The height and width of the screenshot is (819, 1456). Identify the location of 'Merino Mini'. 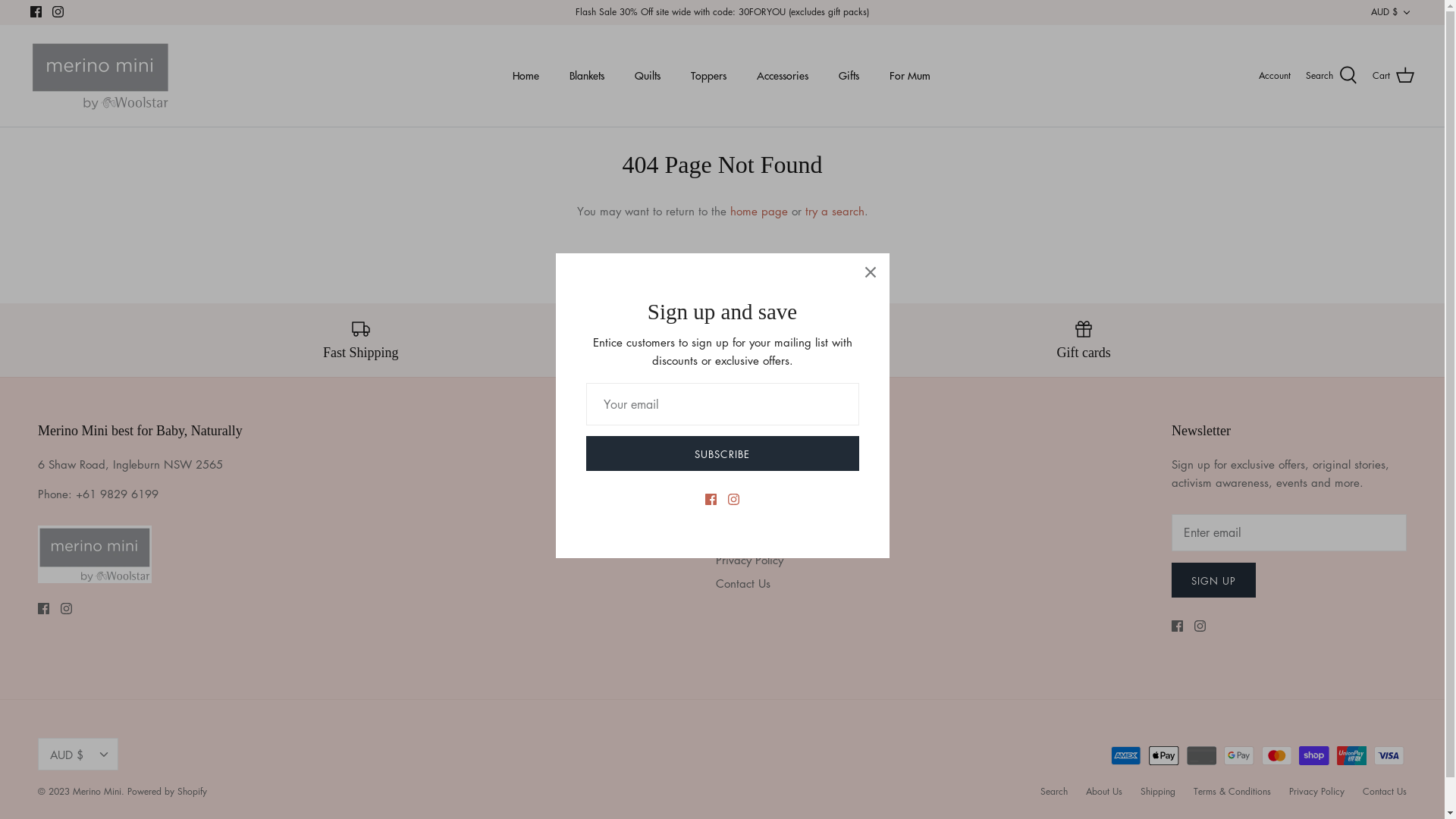
(99, 76).